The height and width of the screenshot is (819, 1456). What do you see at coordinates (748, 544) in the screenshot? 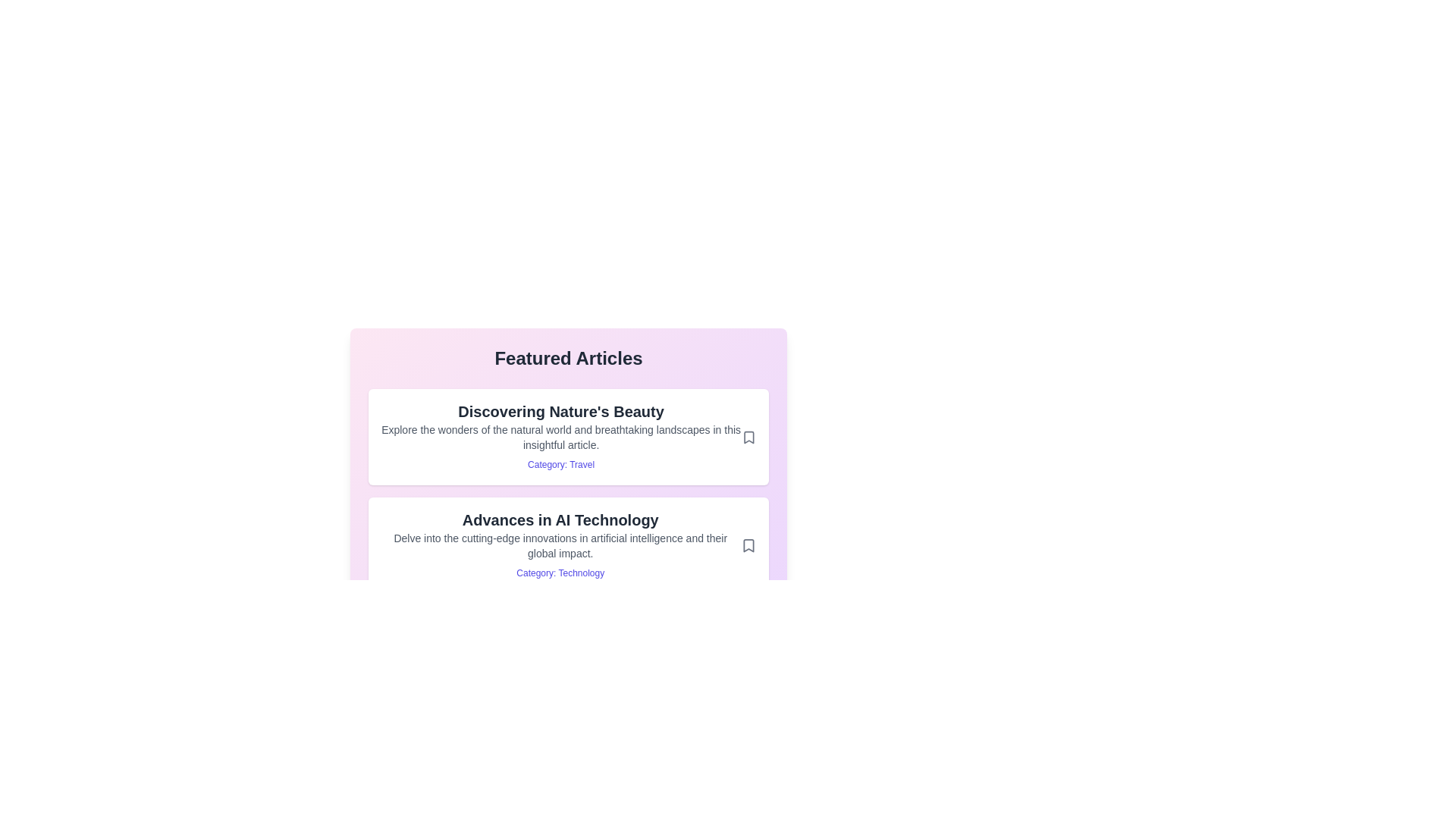
I see `the bookmark icon for the article titled 'Advances in AI Technology'` at bounding box center [748, 544].